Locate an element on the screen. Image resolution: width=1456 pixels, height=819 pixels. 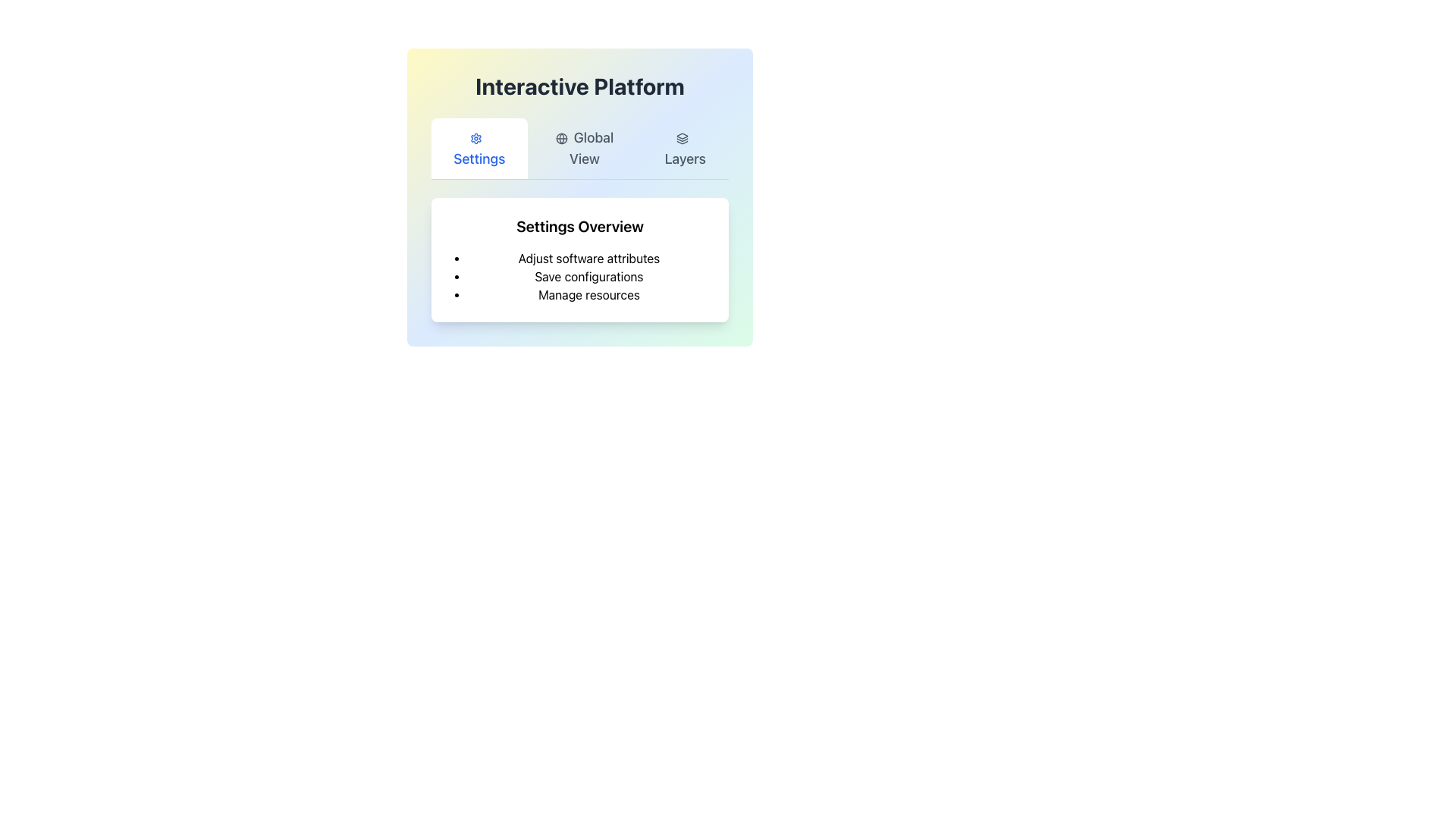
the gear-shaped icon in the 'Settings' section located in the top-left quadrant underneath the title 'Interactive Platform' is located at coordinates (475, 138).